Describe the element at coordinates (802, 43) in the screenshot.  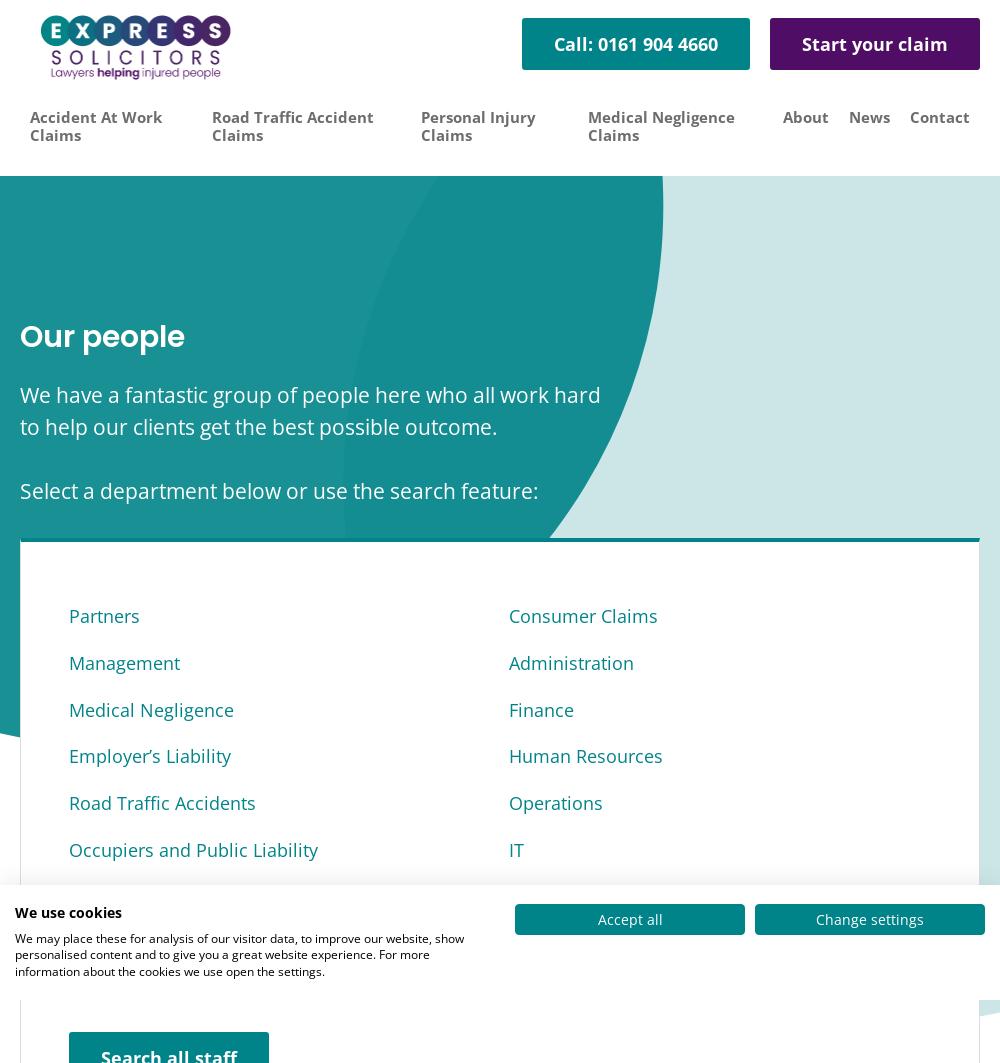
I see `'Start your claim'` at that location.